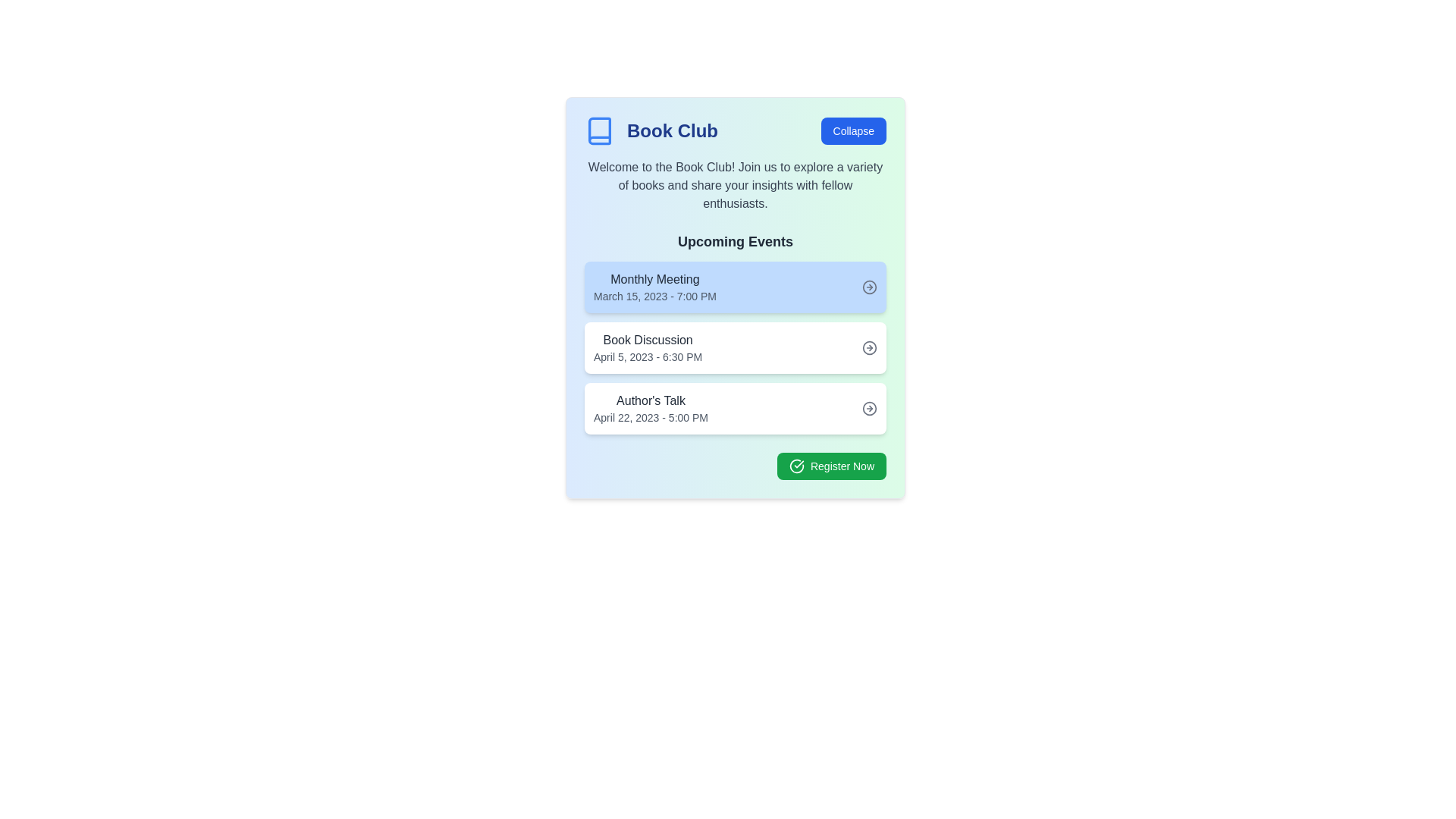 The width and height of the screenshot is (1456, 819). What do you see at coordinates (870, 348) in the screenshot?
I see `the SVG circle icon indicating direction for the 'Book Discussion' event in the 'Upcoming Events' panel` at bounding box center [870, 348].